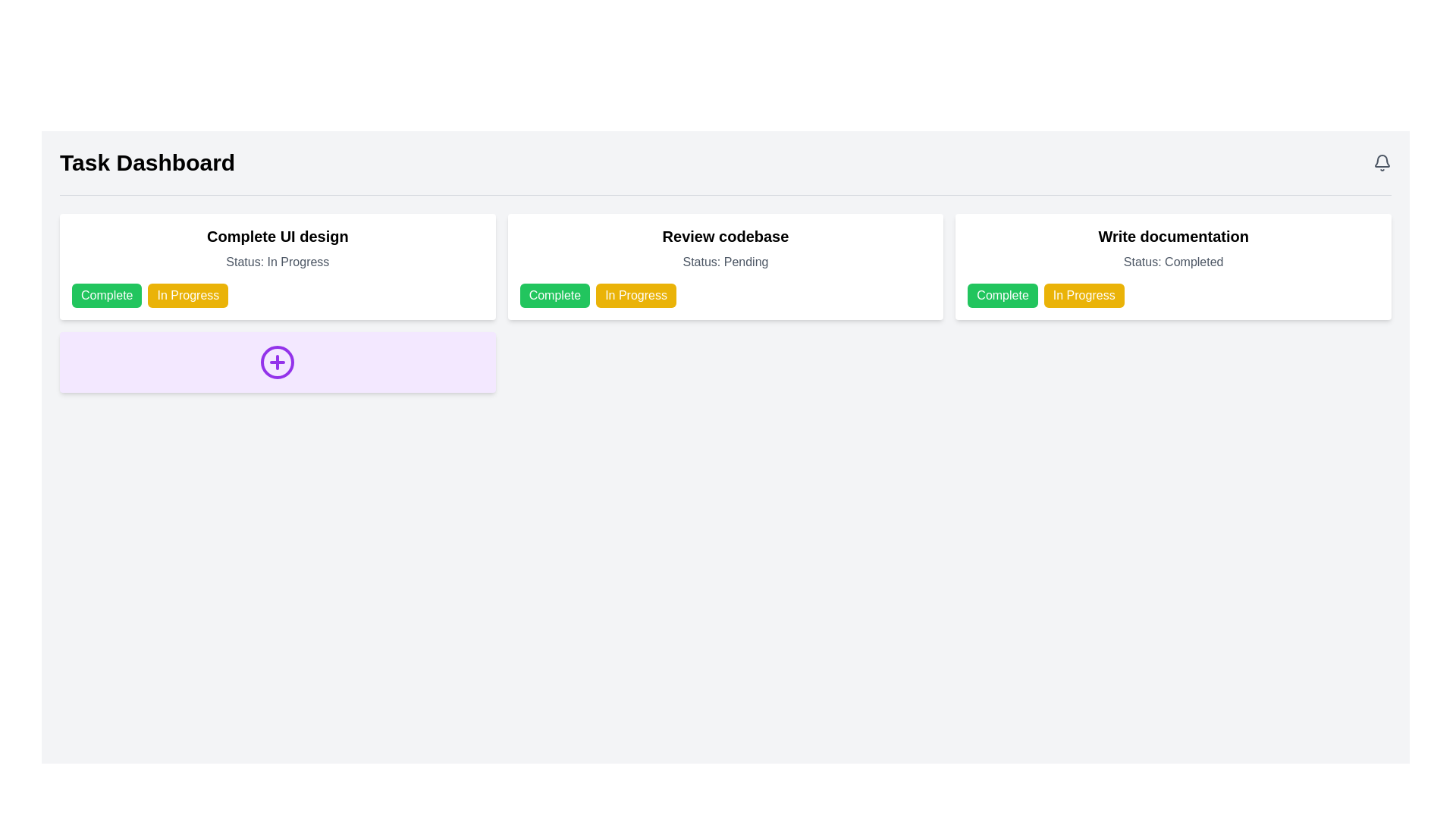 The height and width of the screenshot is (819, 1456). I want to click on the central part of the notification bell icon located in the top right corner of the interface, so click(1382, 161).